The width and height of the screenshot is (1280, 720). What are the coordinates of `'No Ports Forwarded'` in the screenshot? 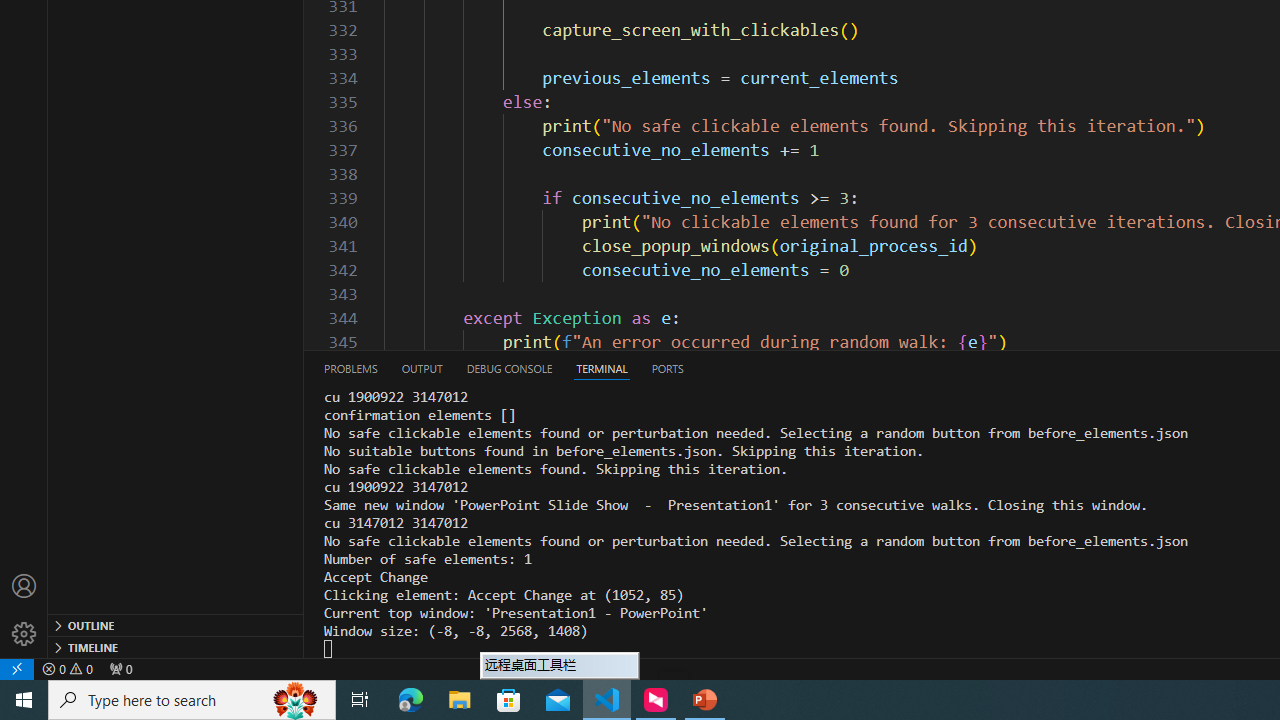 It's located at (119, 668).